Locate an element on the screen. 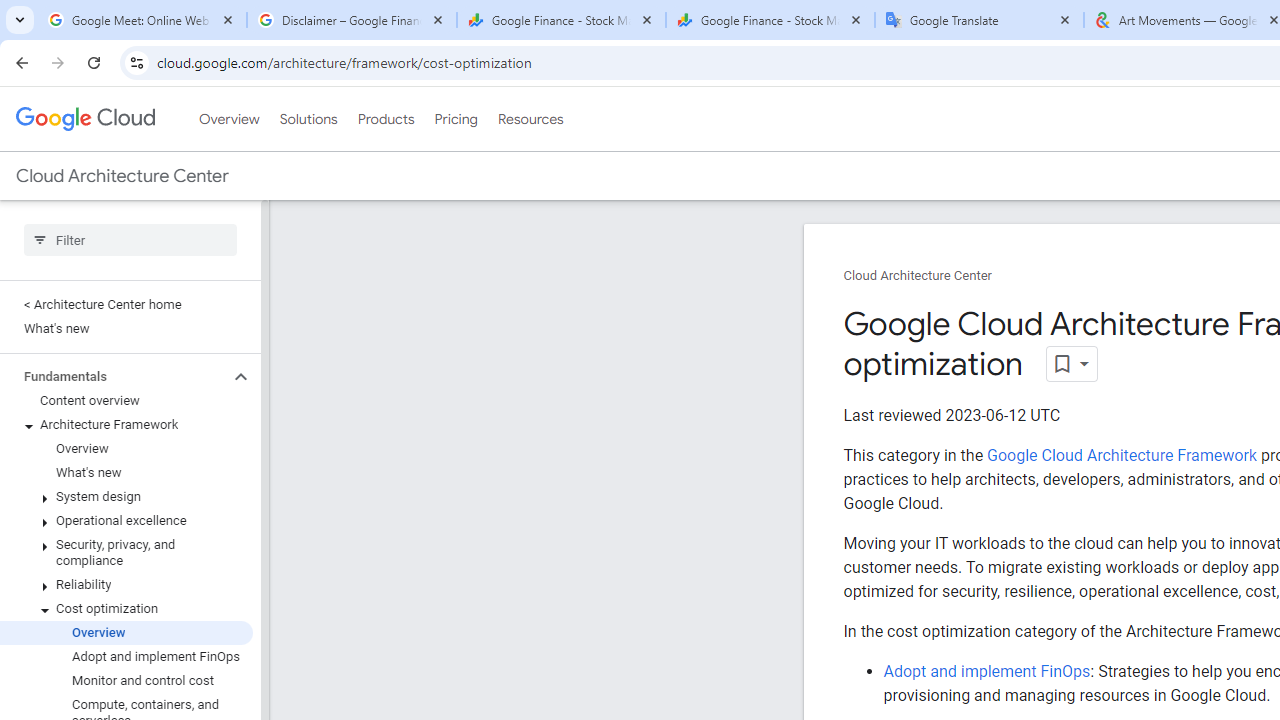  'System design' is located at coordinates (125, 496).